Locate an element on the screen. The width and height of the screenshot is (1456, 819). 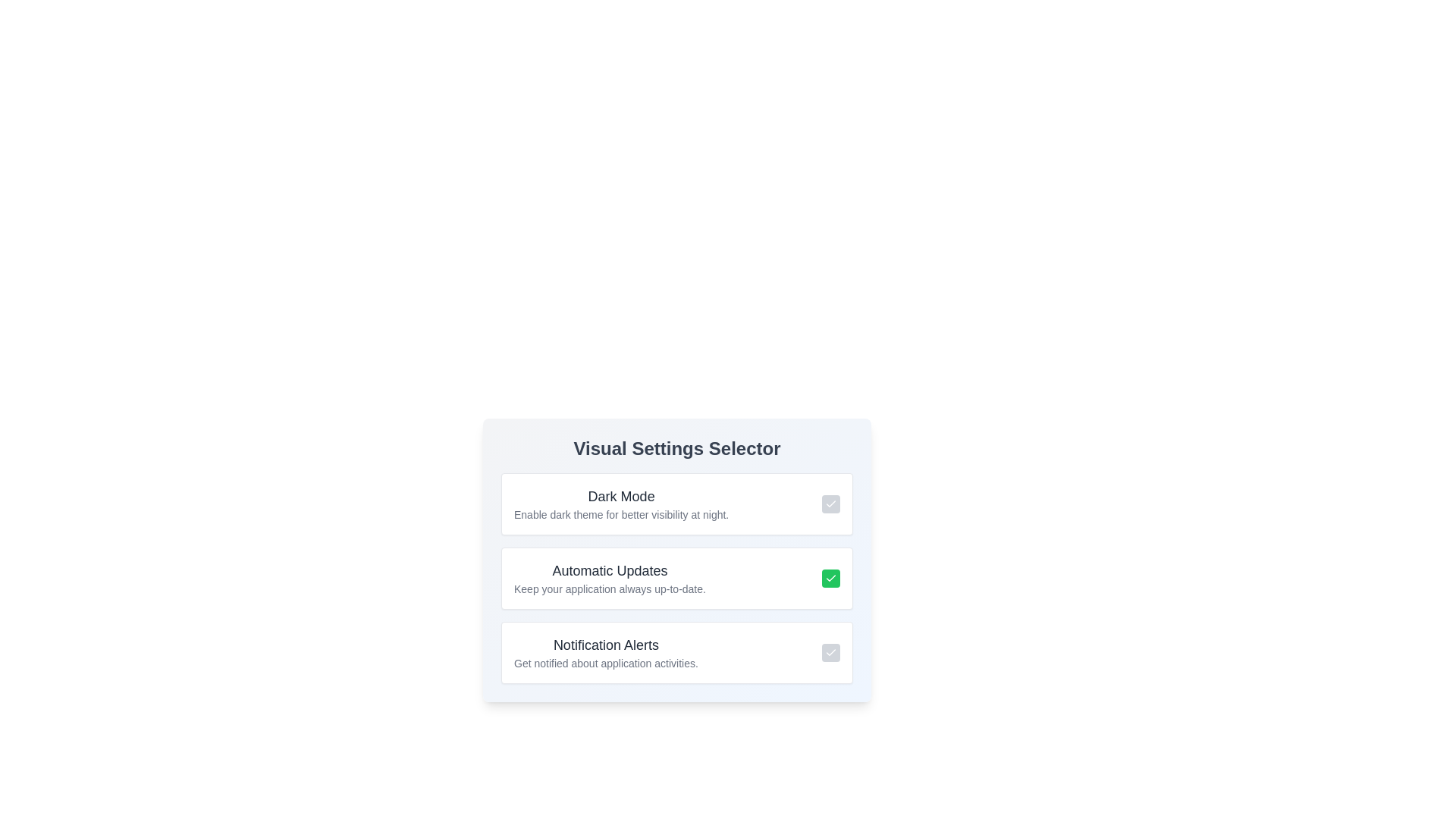
the text label located directly below the 'Dark Mode' title, which is in gray color and smaller font size is located at coordinates (621, 513).